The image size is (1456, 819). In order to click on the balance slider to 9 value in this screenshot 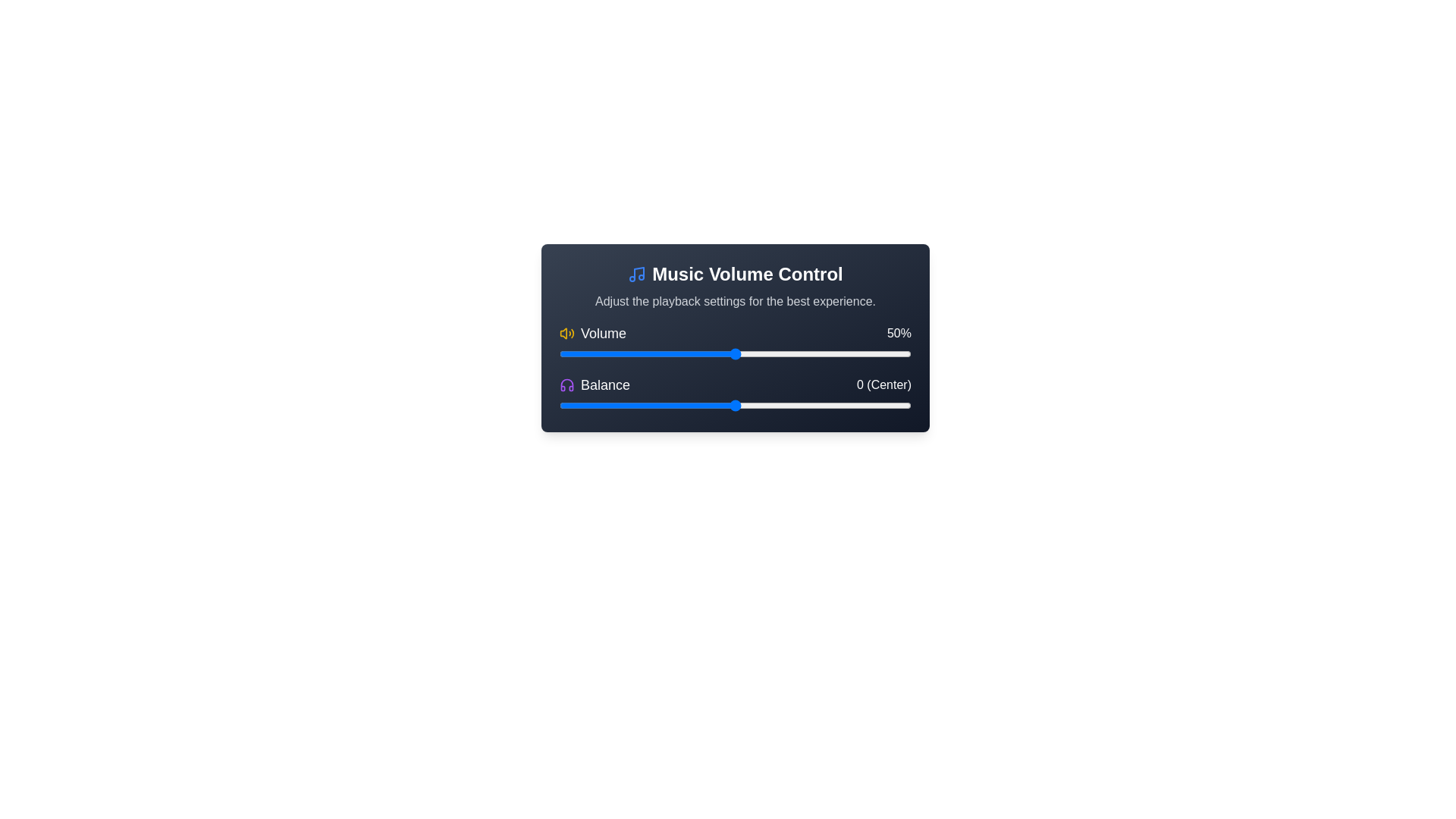, I will do `click(767, 405)`.